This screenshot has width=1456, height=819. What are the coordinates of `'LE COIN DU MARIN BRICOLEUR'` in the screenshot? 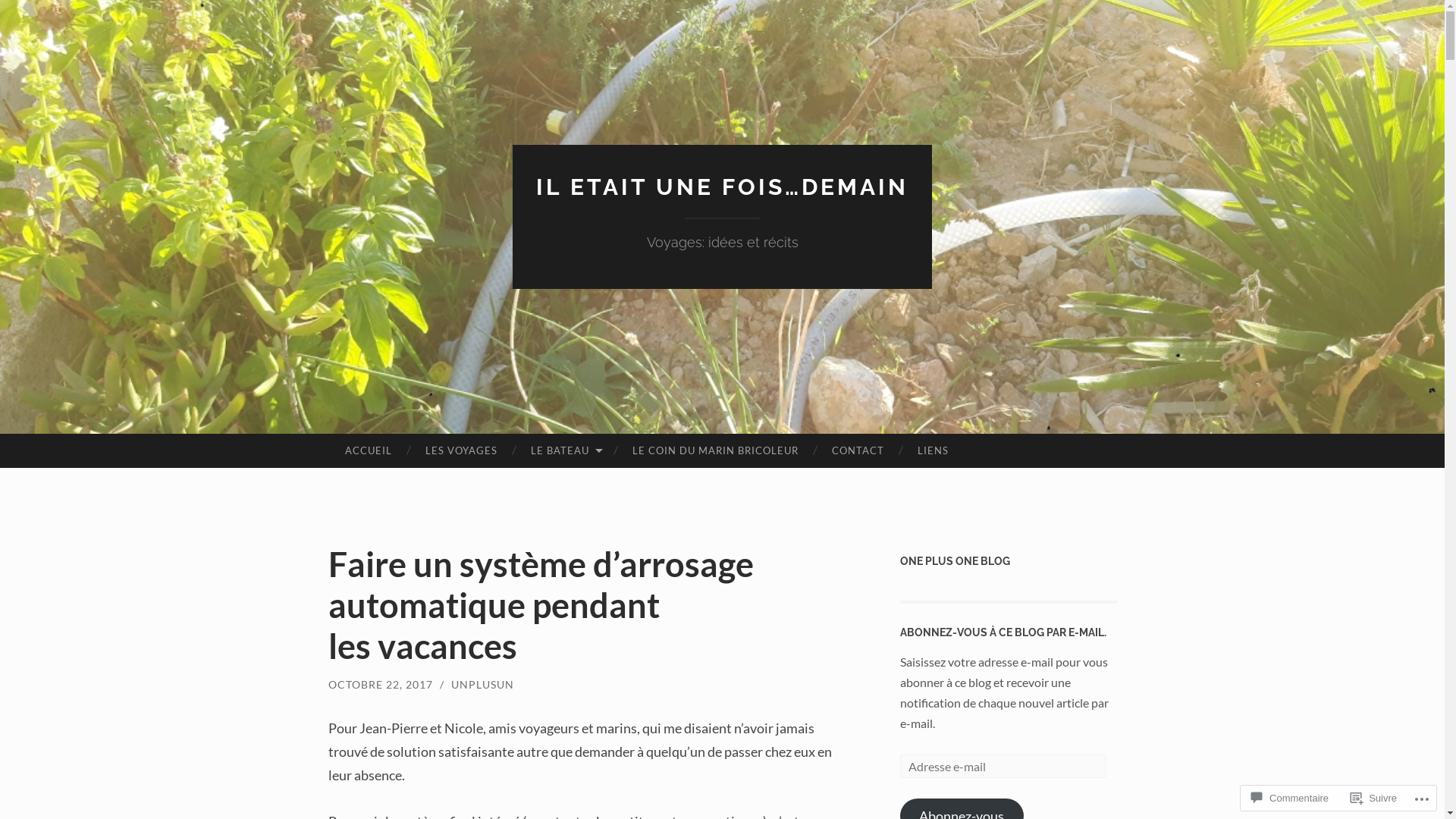 It's located at (714, 450).